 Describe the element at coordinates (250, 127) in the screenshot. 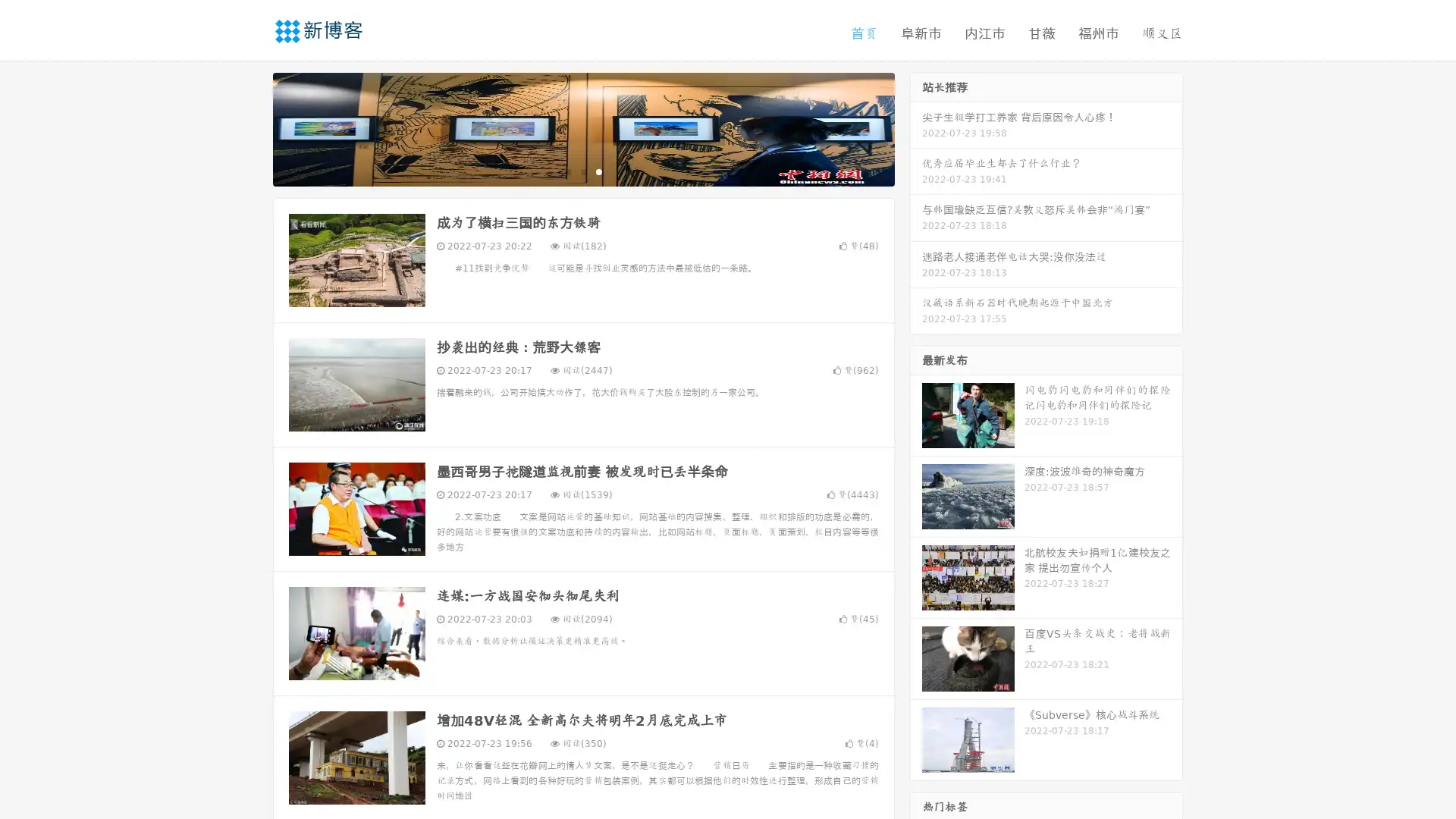

I see `Previous slide` at that location.